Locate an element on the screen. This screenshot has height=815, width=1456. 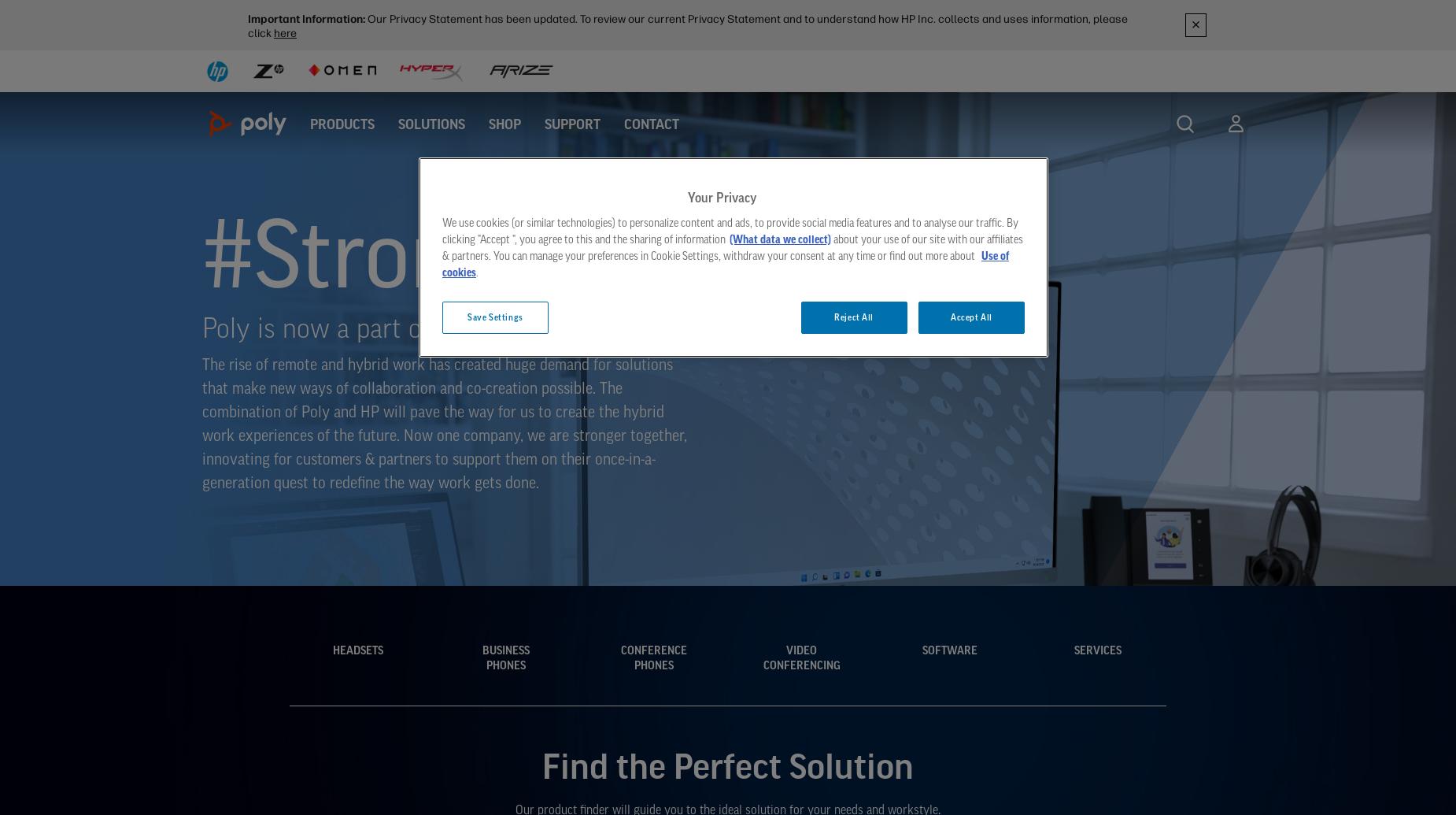
'here' is located at coordinates (284, 33).